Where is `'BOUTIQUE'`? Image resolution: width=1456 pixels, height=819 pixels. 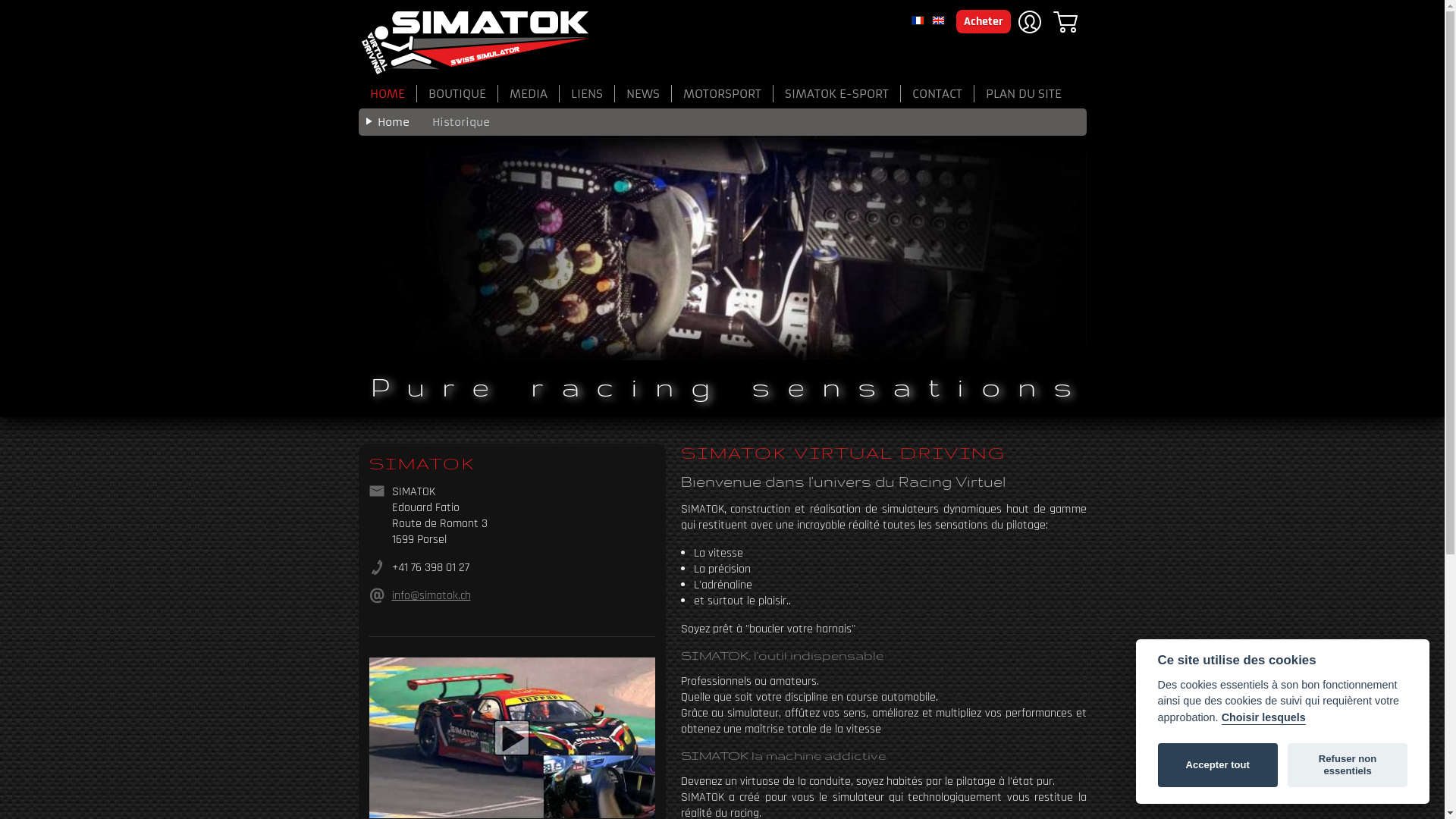 'BOUTIQUE' is located at coordinates (457, 93).